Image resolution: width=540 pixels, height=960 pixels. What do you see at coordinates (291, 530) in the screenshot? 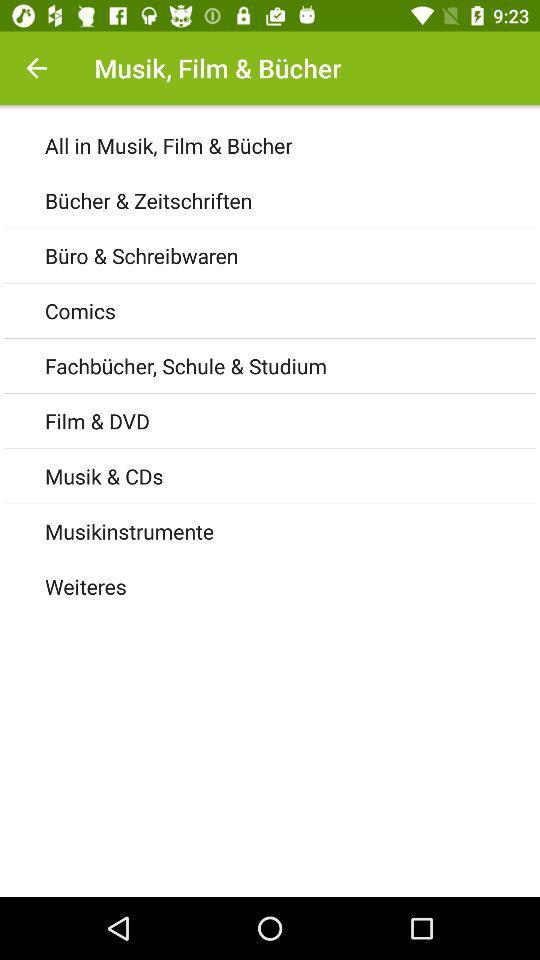
I see `musikinstrumente` at bounding box center [291, 530].